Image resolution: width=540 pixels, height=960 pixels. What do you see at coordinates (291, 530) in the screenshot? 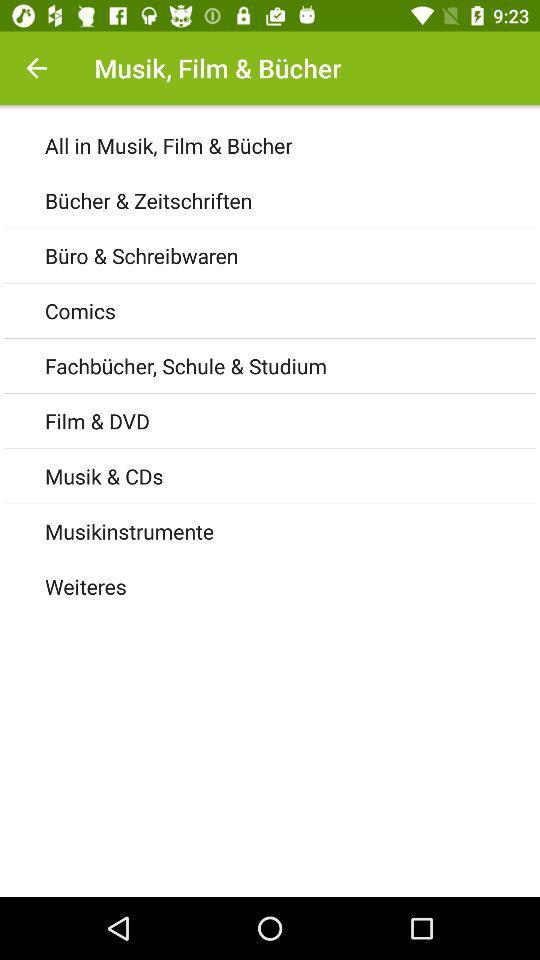
I see `musikinstrumente` at bounding box center [291, 530].